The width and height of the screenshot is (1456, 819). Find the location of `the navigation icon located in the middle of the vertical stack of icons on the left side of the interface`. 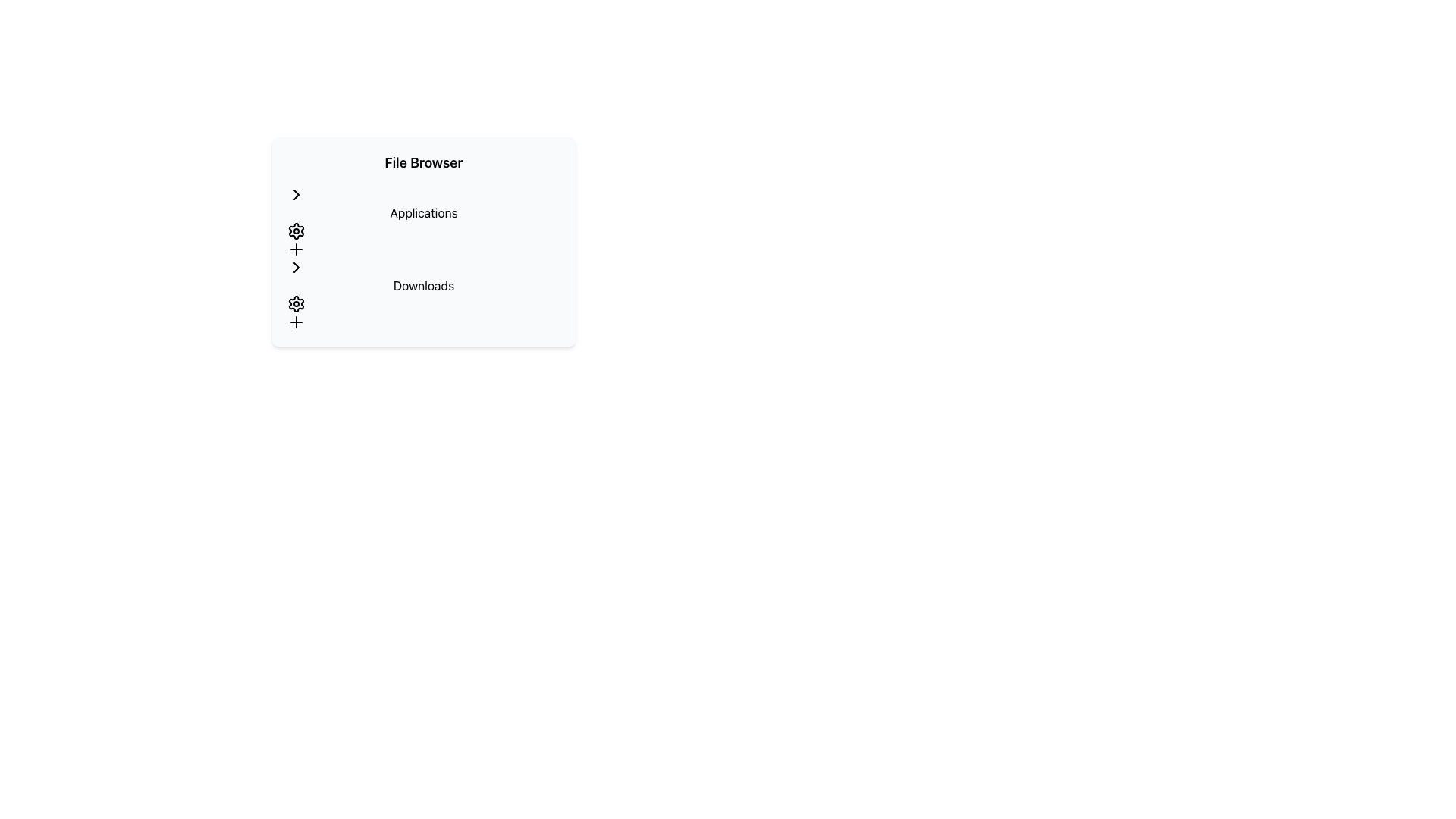

the navigation icon located in the middle of the vertical stack of icons on the left side of the interface is located at coordinates (296, 194).